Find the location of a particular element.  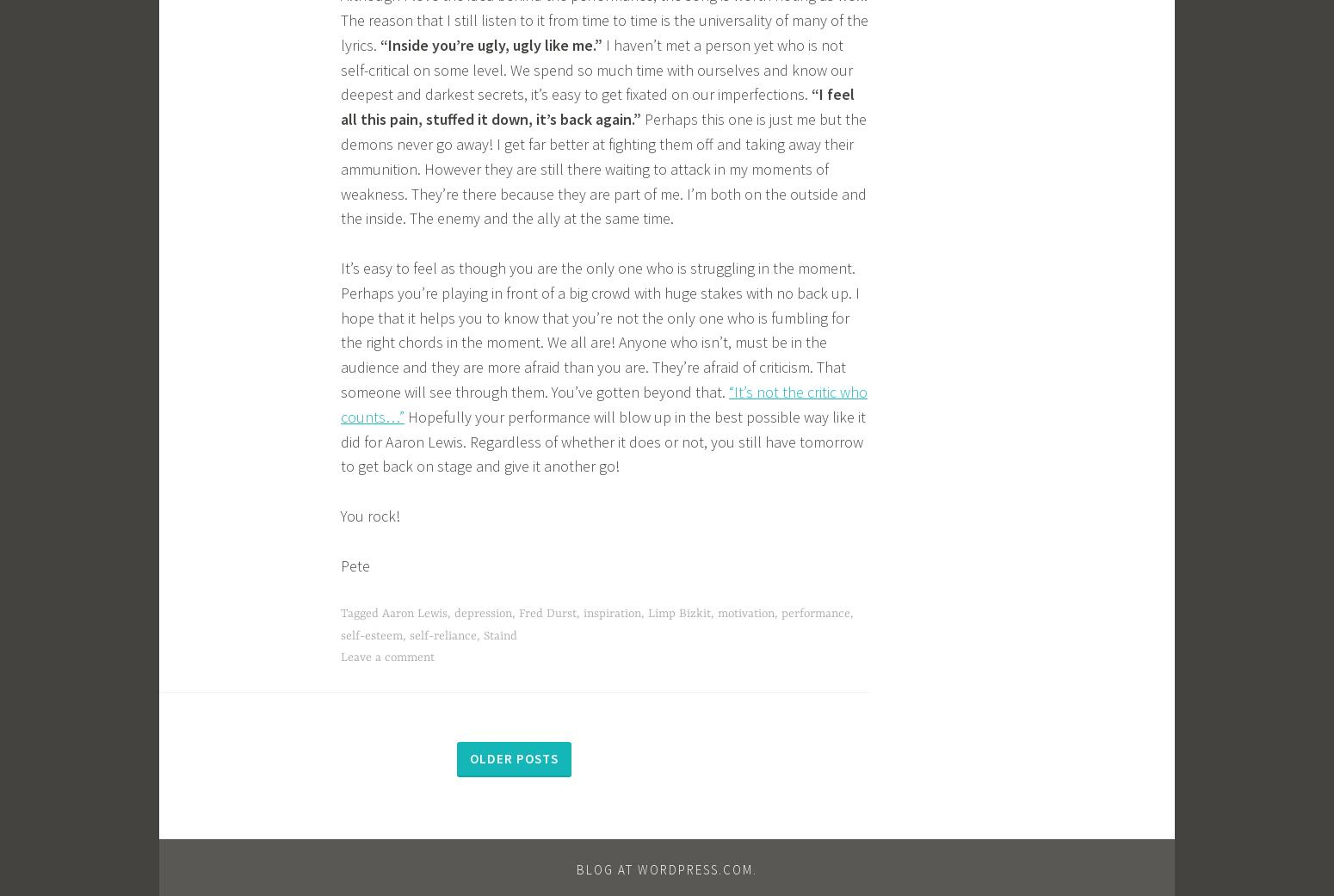

'“It’s not the critic who counts…”' is located at coordinates (341, 403).